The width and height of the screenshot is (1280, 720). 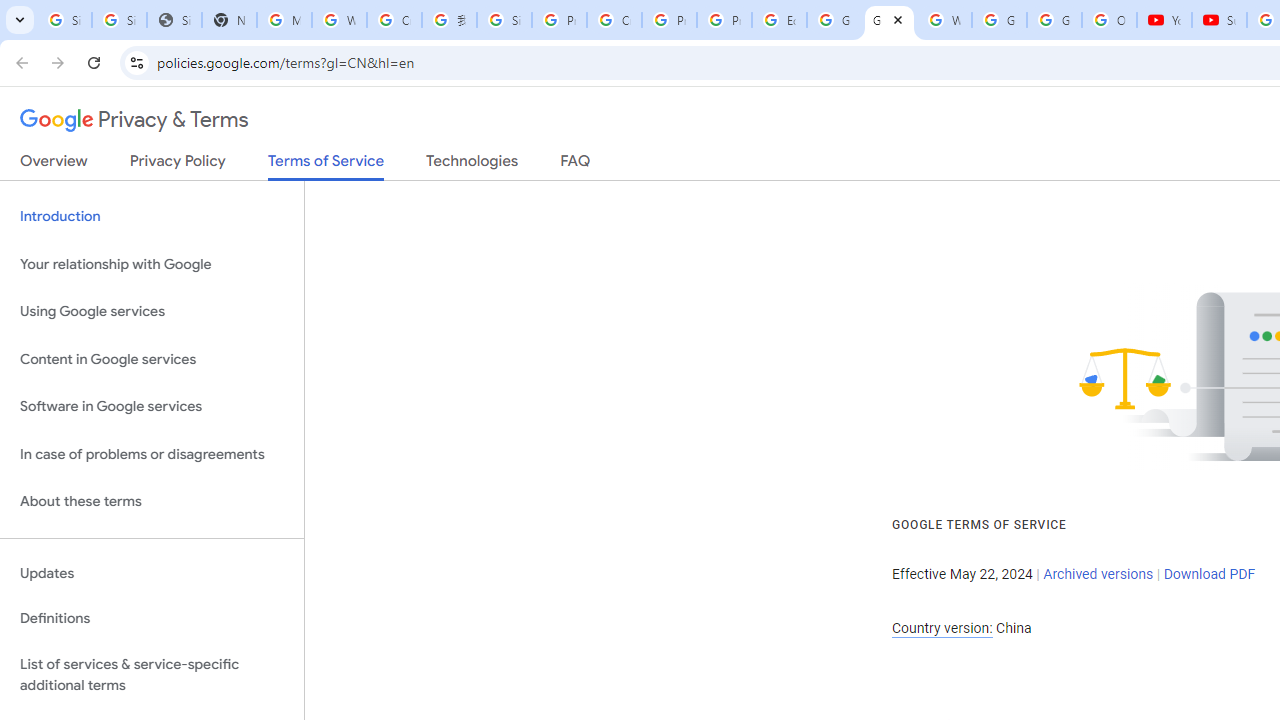 I want to click on 'Google Slides: Sign-in', so click(x=833, y=20).